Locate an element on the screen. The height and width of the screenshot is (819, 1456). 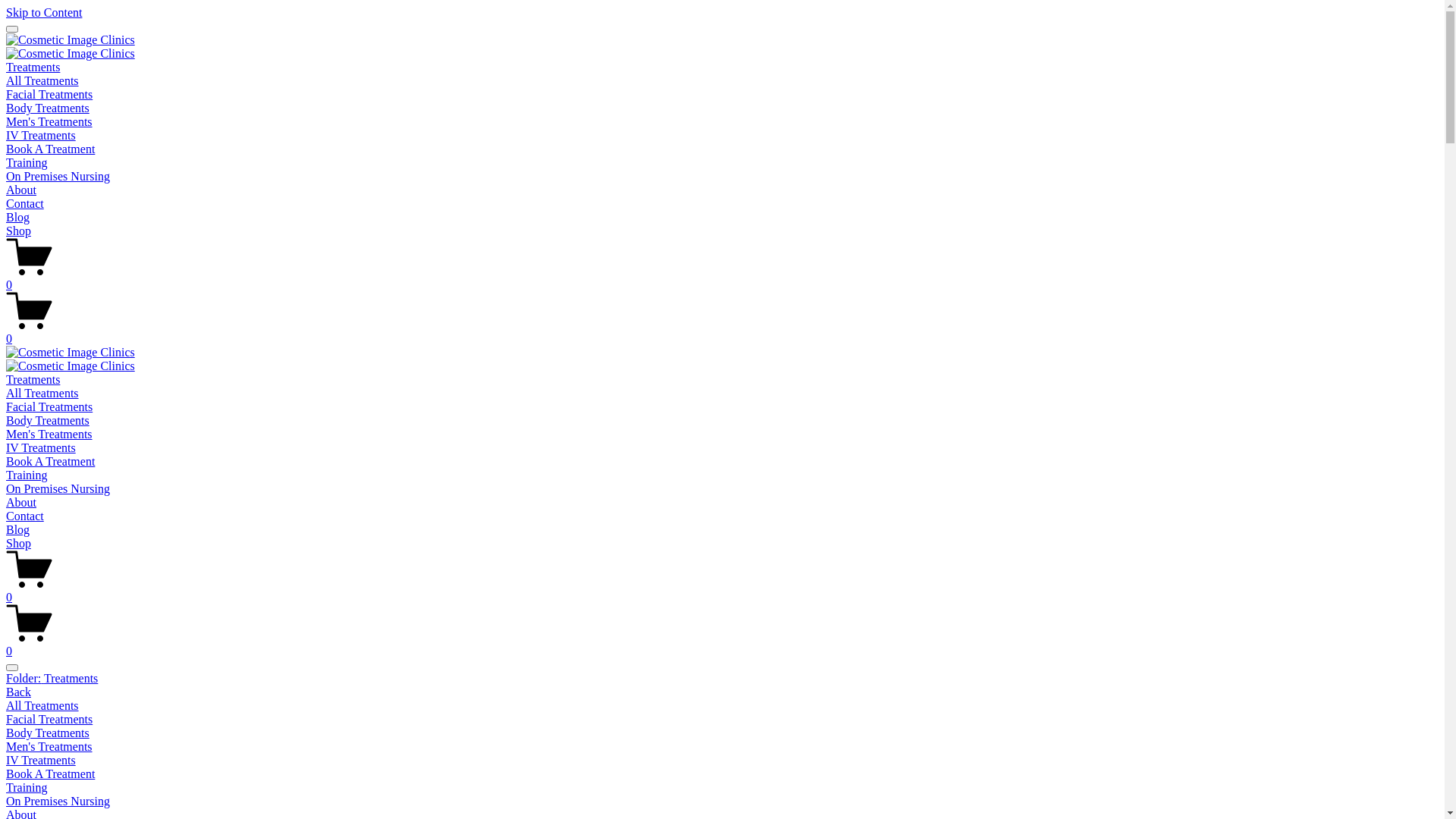
'Back' is located at coordinates (6, 692).